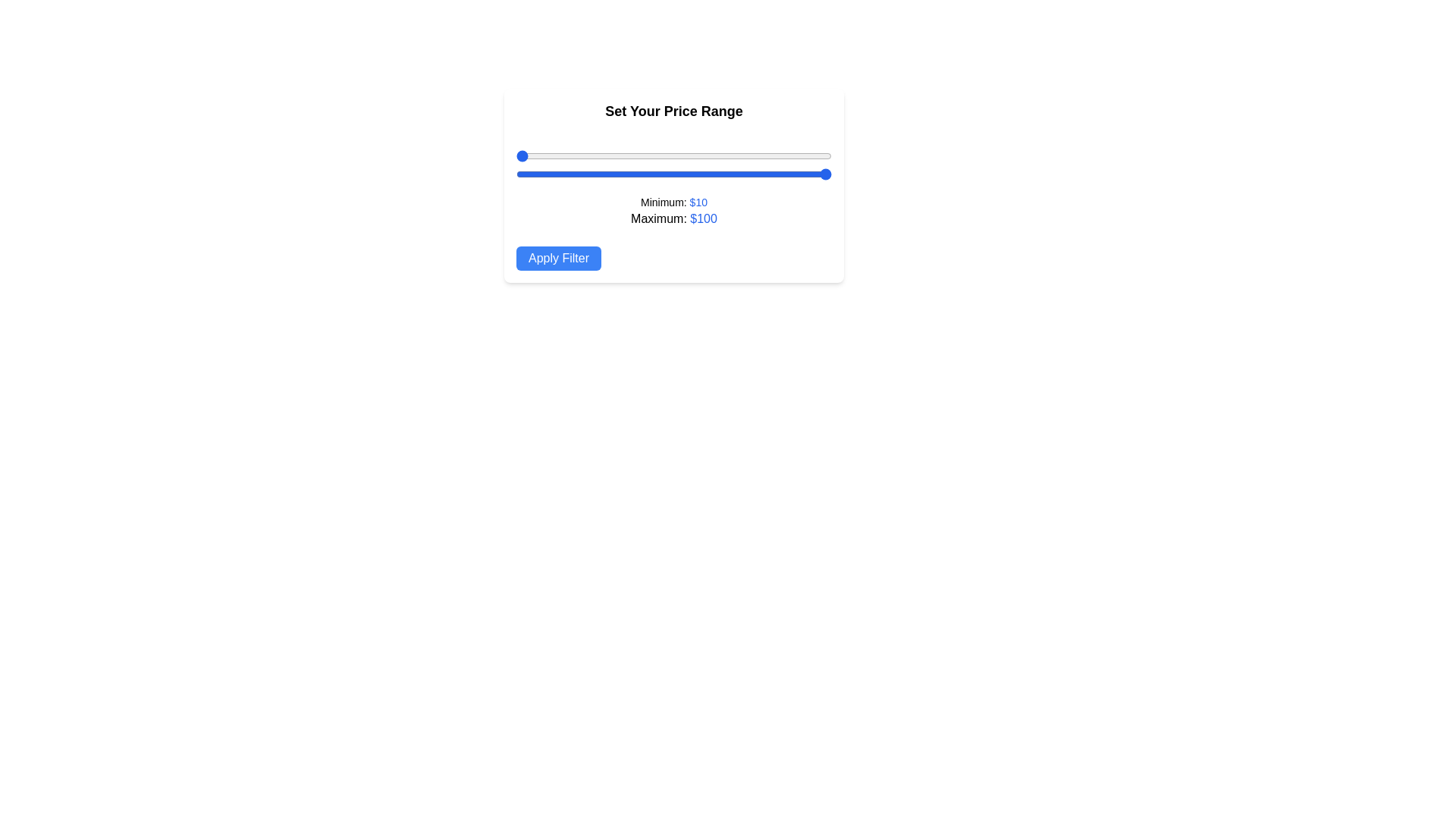 Image resolution: width=1456 pixels, height=819 pixels. Describe the element at coordinates (806, 174) in the screenshot. I see `the slider` at that location.